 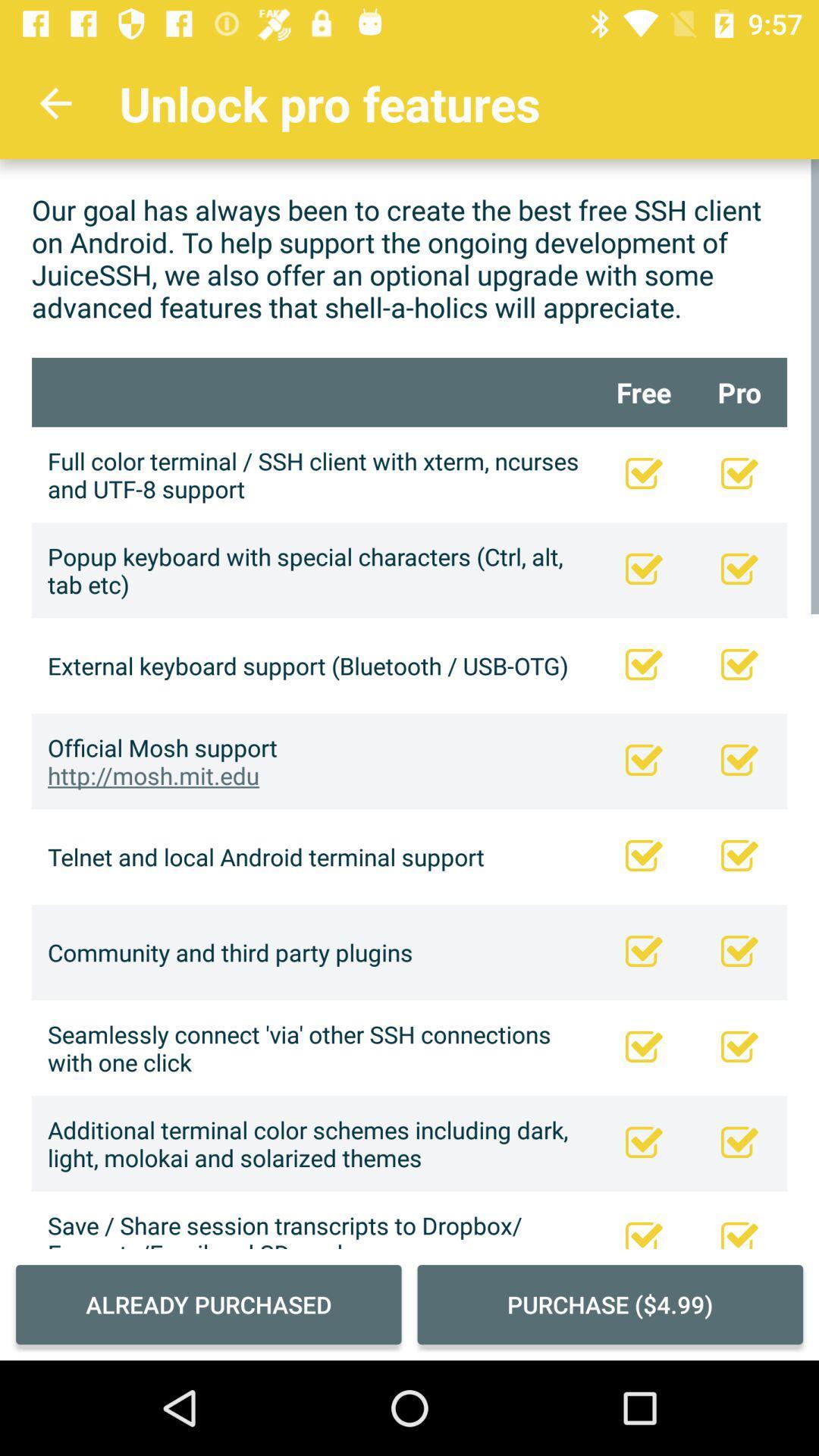 I want to click on the icon next to already purchased item, so click(x=609, y=1304).